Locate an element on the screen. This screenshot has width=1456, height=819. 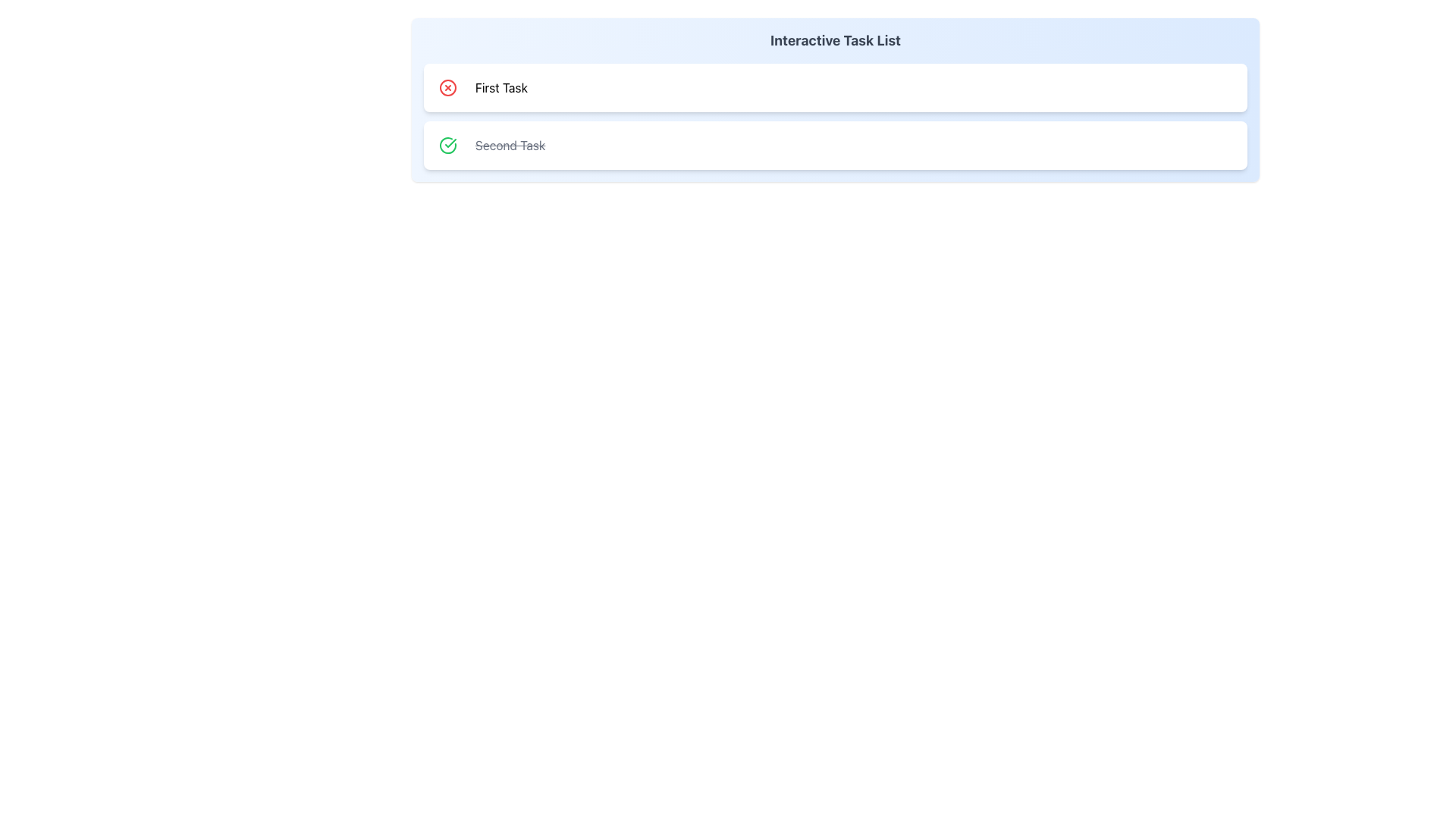
the button located to the left of the 'Second Task' text is located at coordinates (447, 146).